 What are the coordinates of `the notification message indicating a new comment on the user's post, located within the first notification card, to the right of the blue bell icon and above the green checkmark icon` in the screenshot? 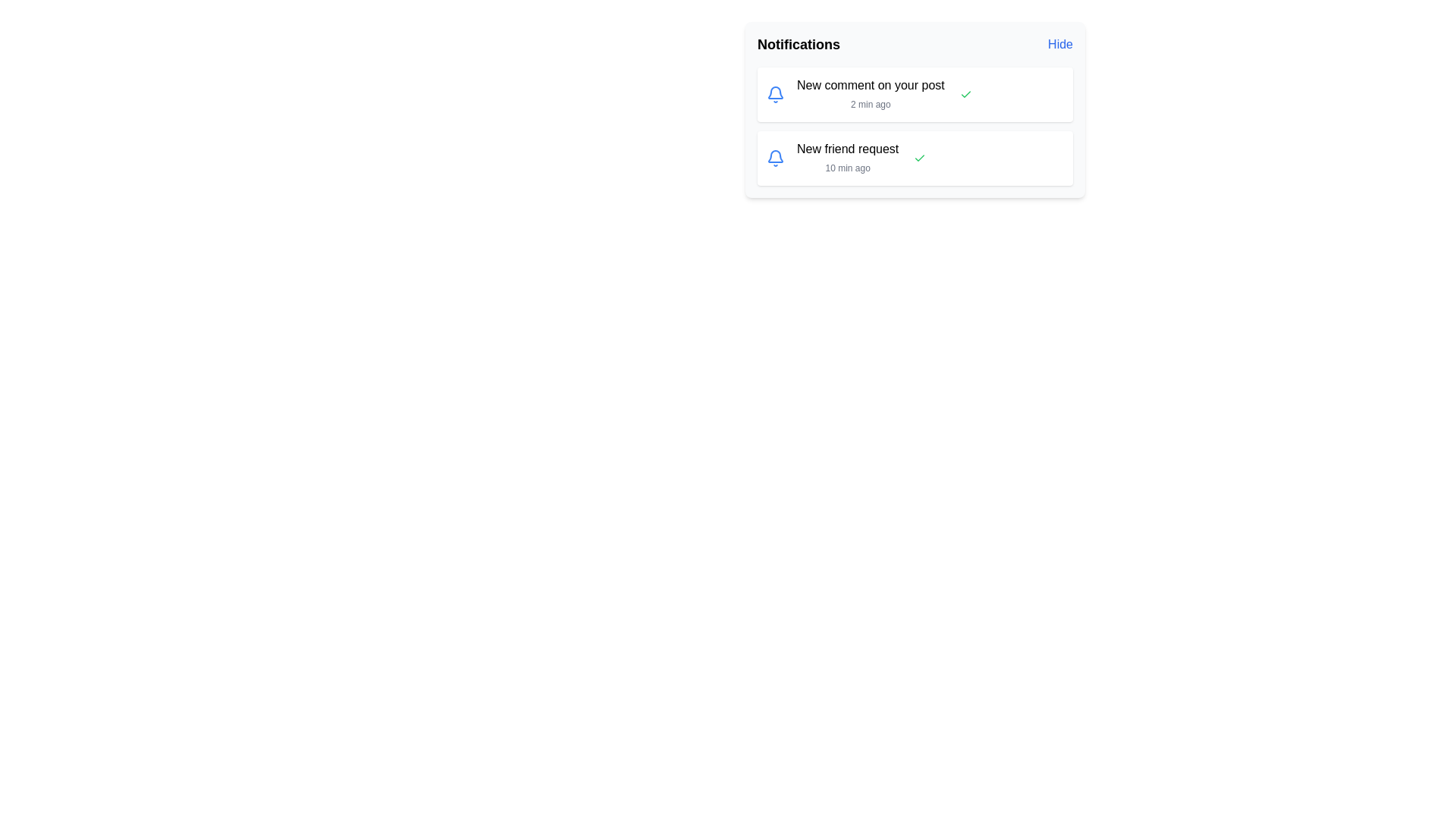 It's located at (871, 94).